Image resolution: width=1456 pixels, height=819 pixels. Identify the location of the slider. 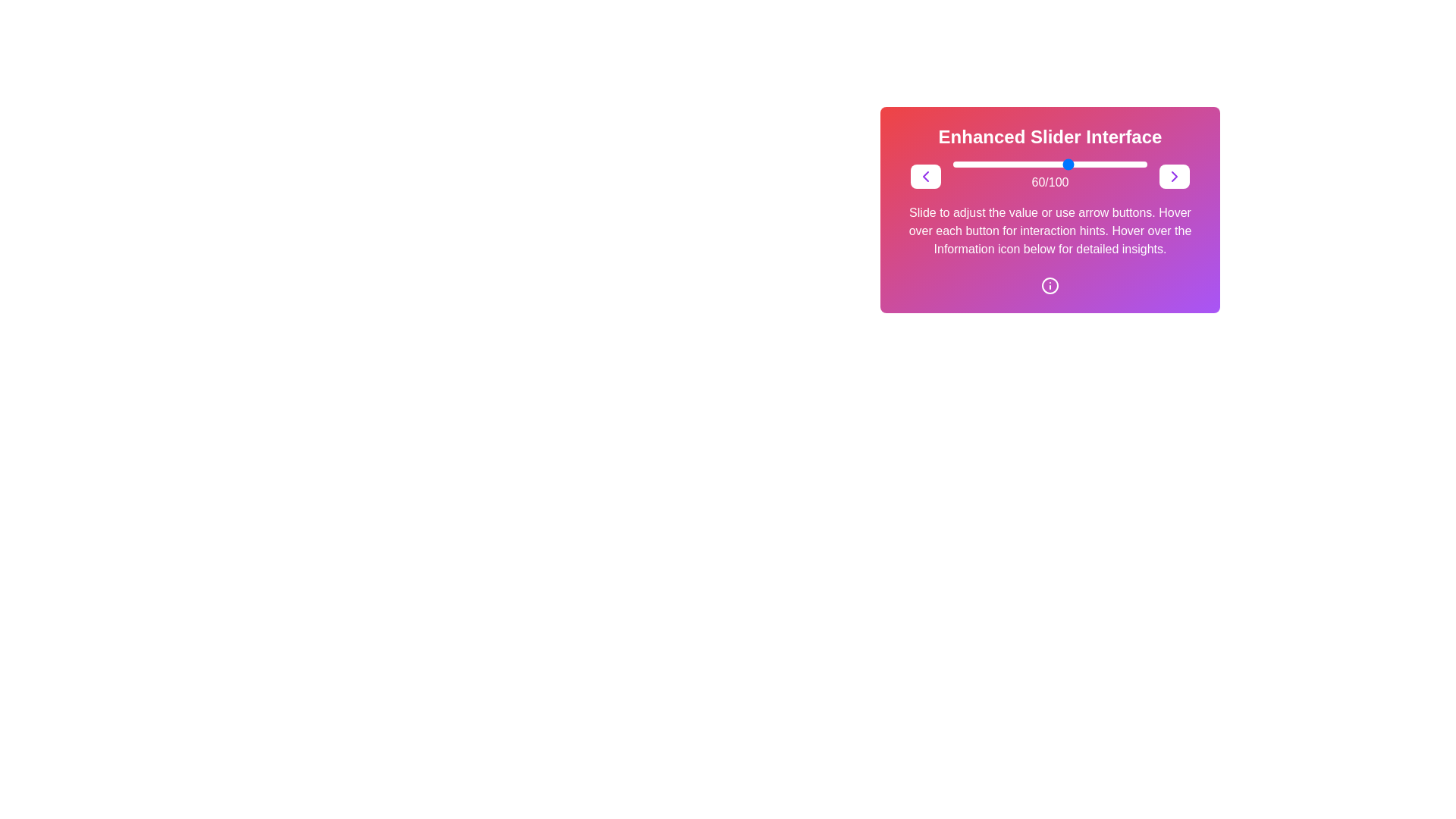
(1013, 164).